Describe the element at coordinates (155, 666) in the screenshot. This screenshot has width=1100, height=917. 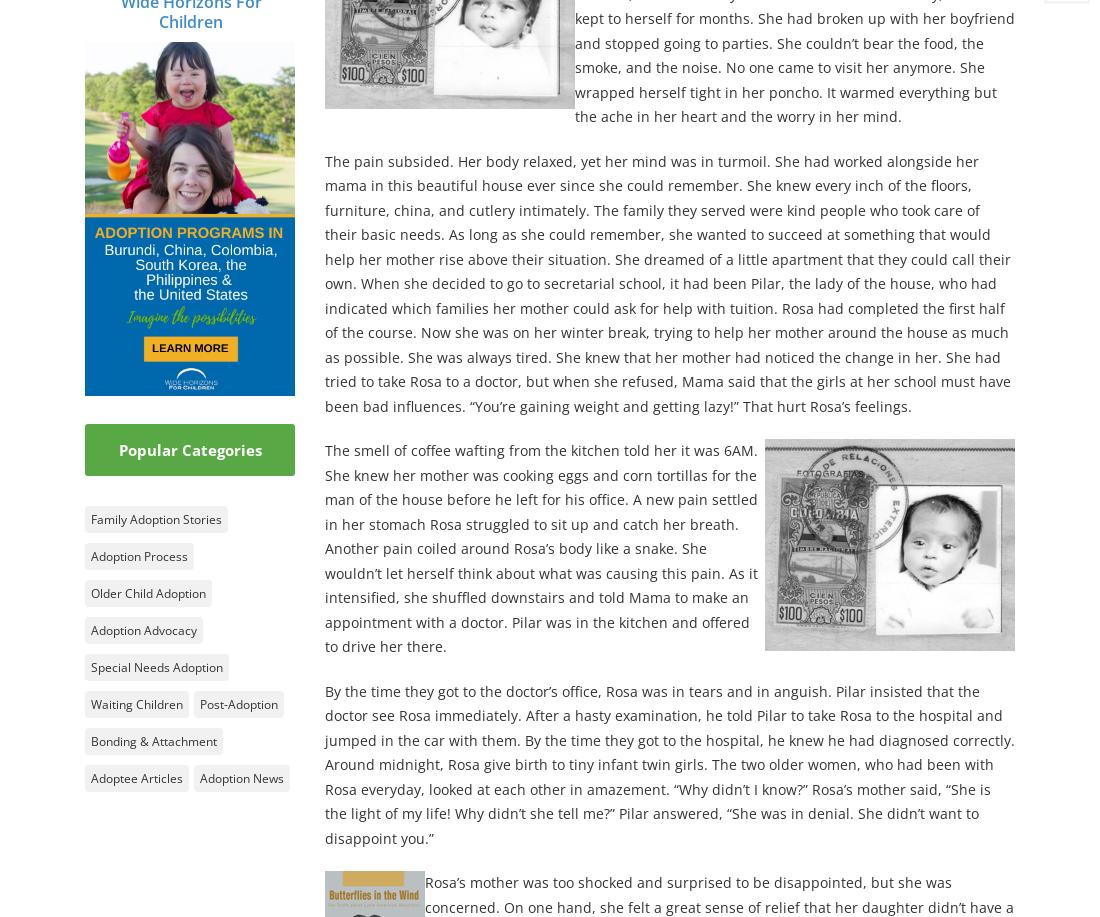
I see `'Special Needs Adoption'` at that location.